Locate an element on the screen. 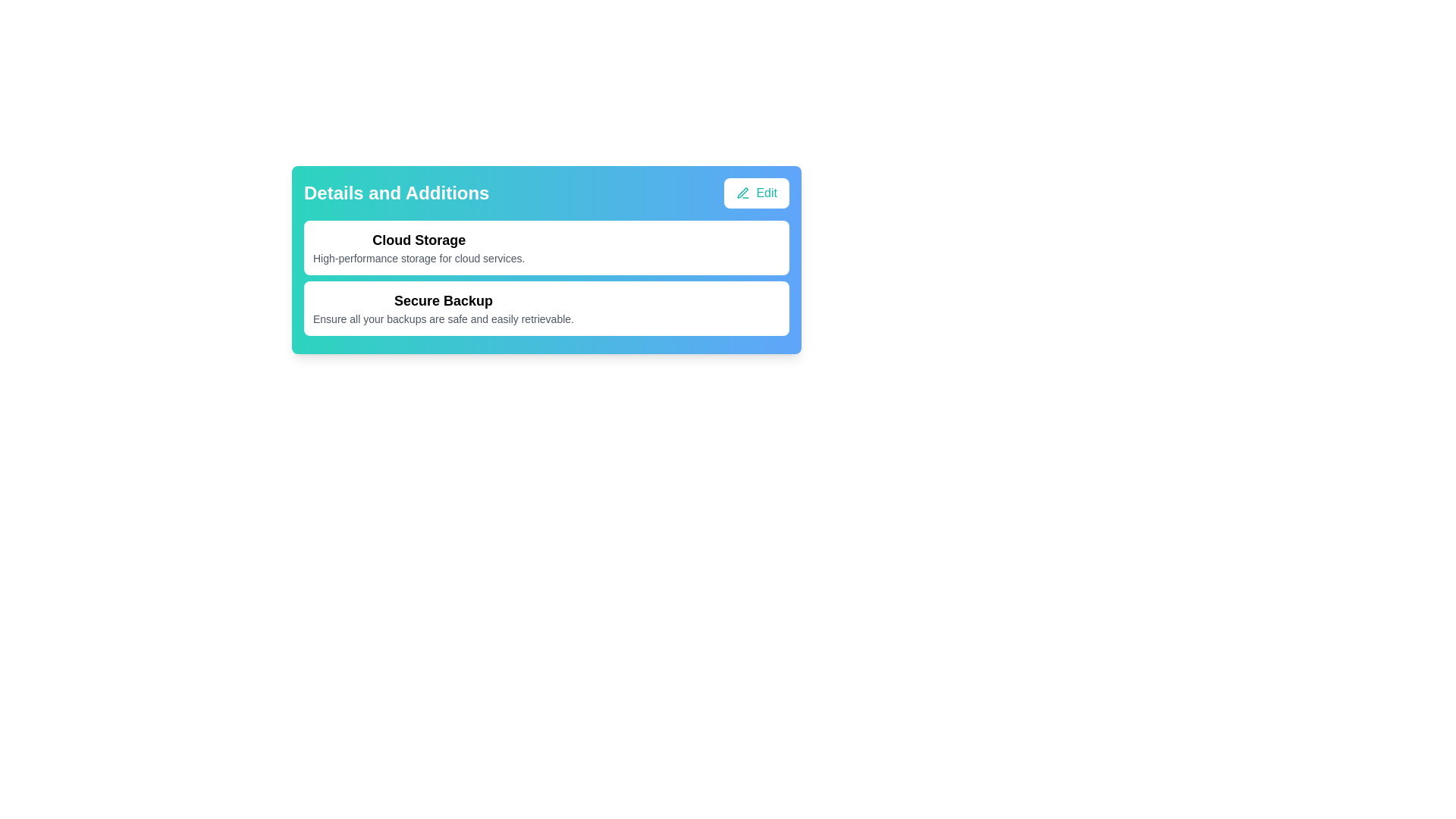  the pen icon located to the left of the 'Edit' text in the top-right corner of the 'Details and Additions' card is located at coordinates (743, 192).